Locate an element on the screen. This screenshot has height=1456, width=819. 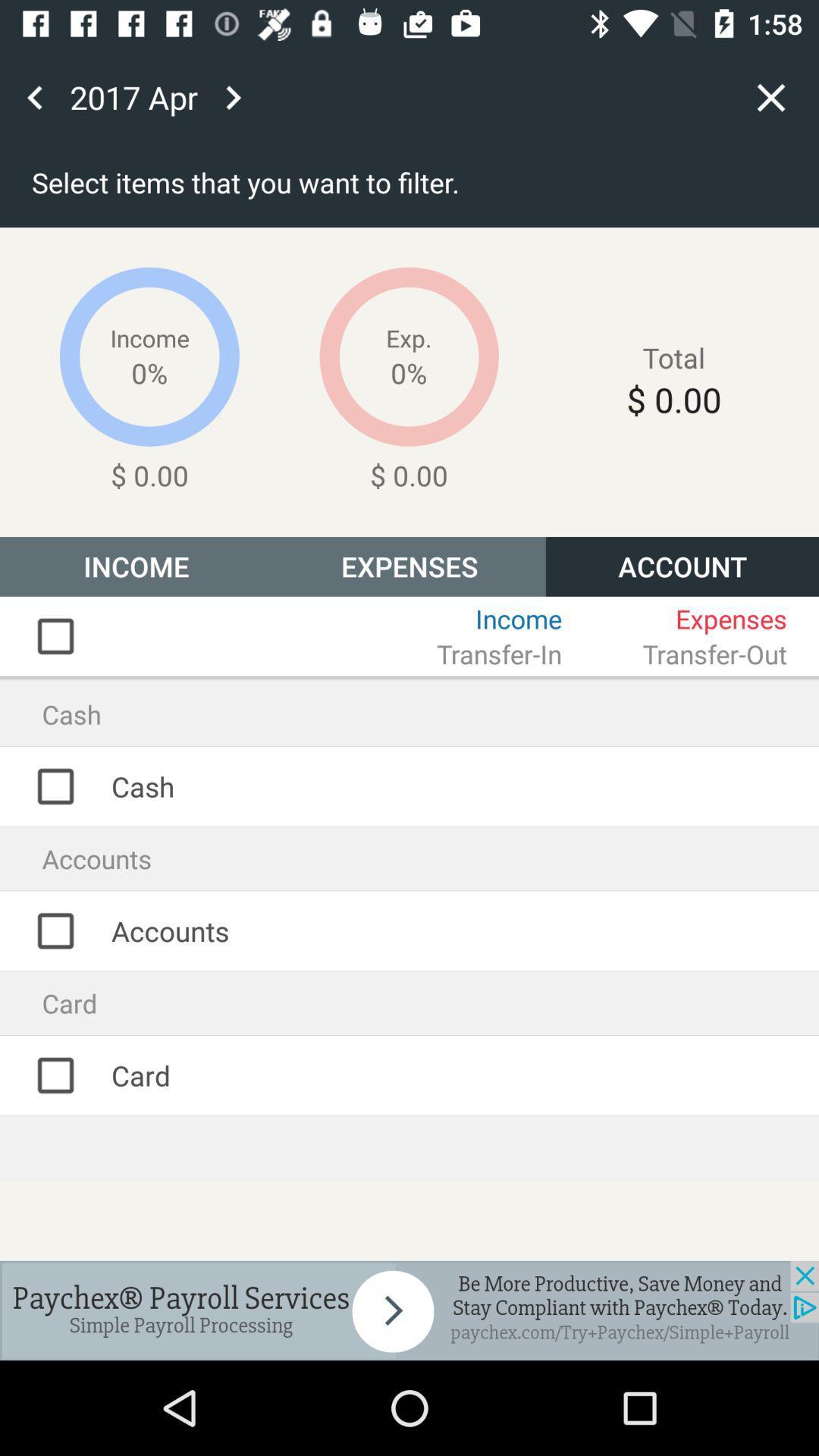
the arrow_forward icon is located at coordinates (233, 96).